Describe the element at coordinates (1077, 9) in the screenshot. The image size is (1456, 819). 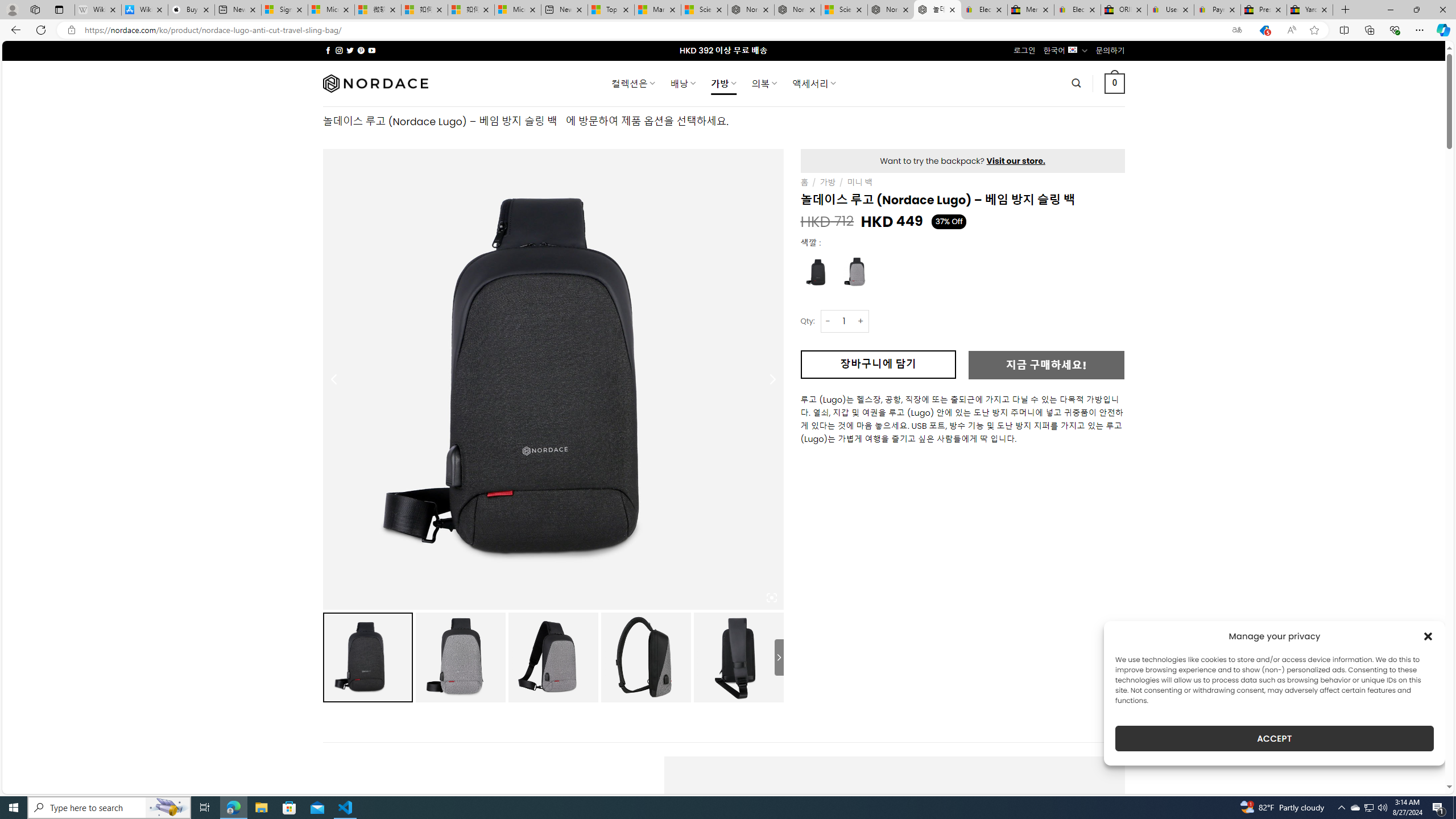
I see `'Electronics, Cars, Fashion, Collectibles & More | eBay'` at that location.